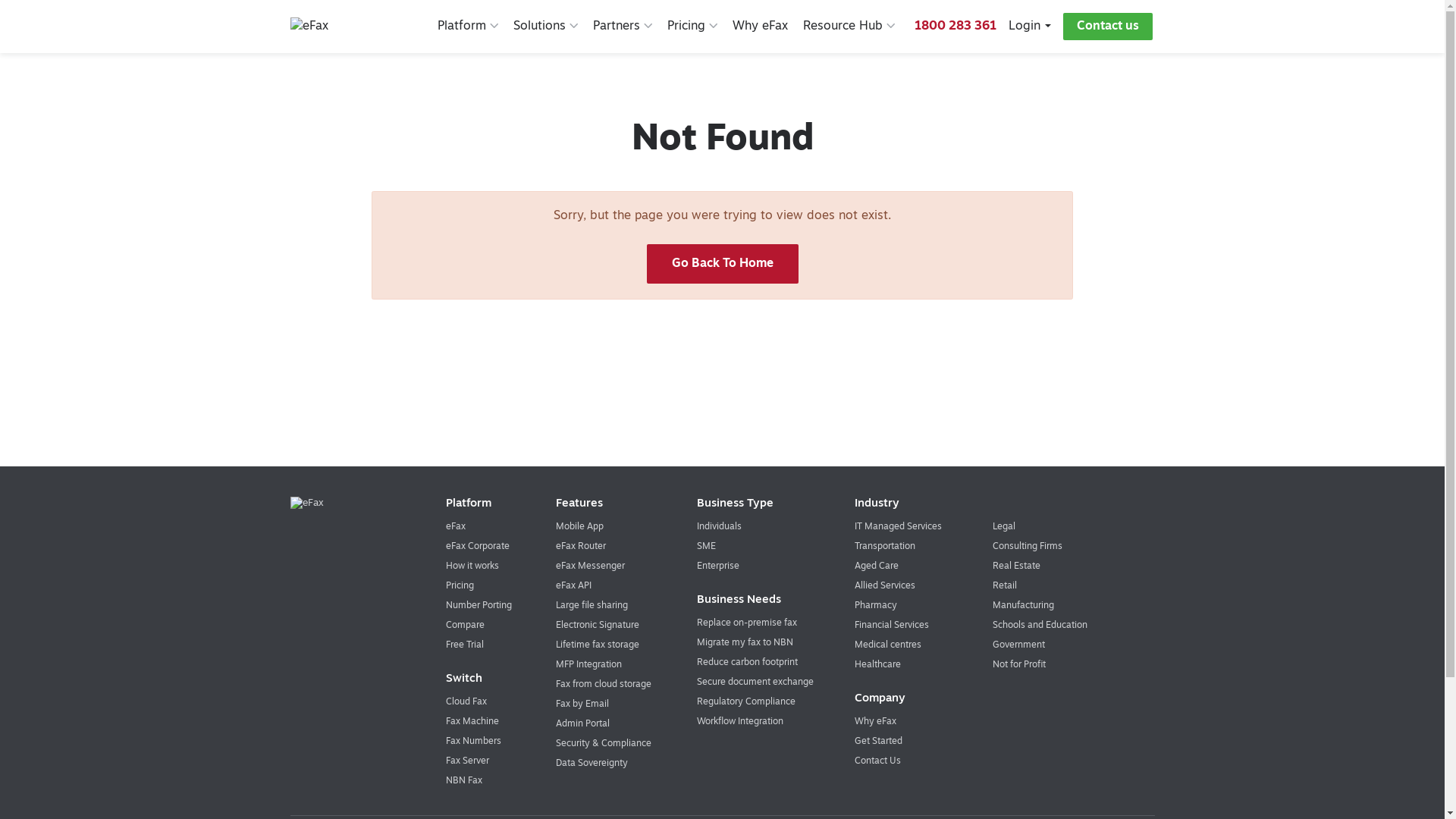 This screenshot has height=819, width=1456. I want to click on 'Switch', so click(483, 678).